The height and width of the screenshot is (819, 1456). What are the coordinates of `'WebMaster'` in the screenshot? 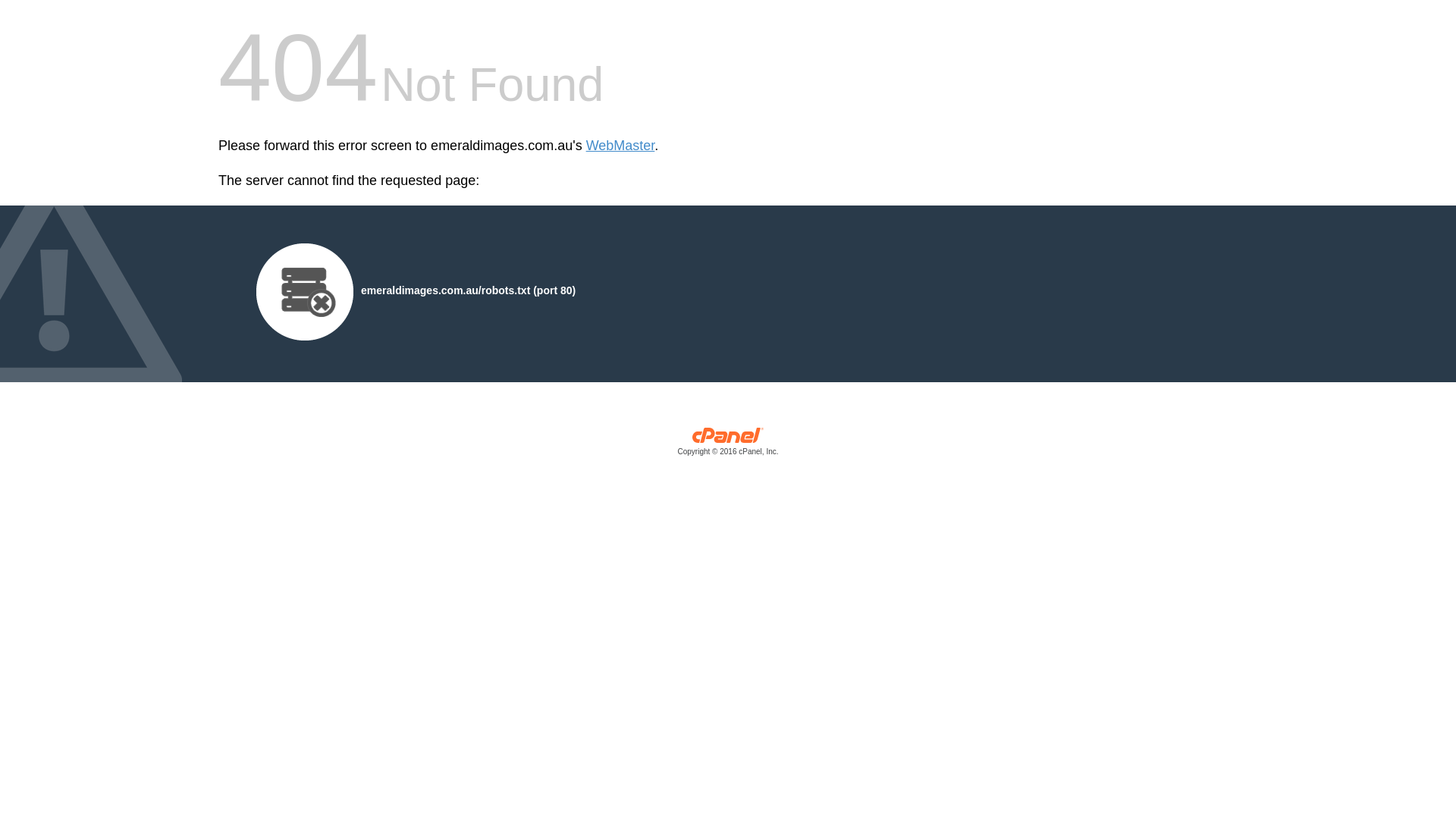 It's located at (620, 146).